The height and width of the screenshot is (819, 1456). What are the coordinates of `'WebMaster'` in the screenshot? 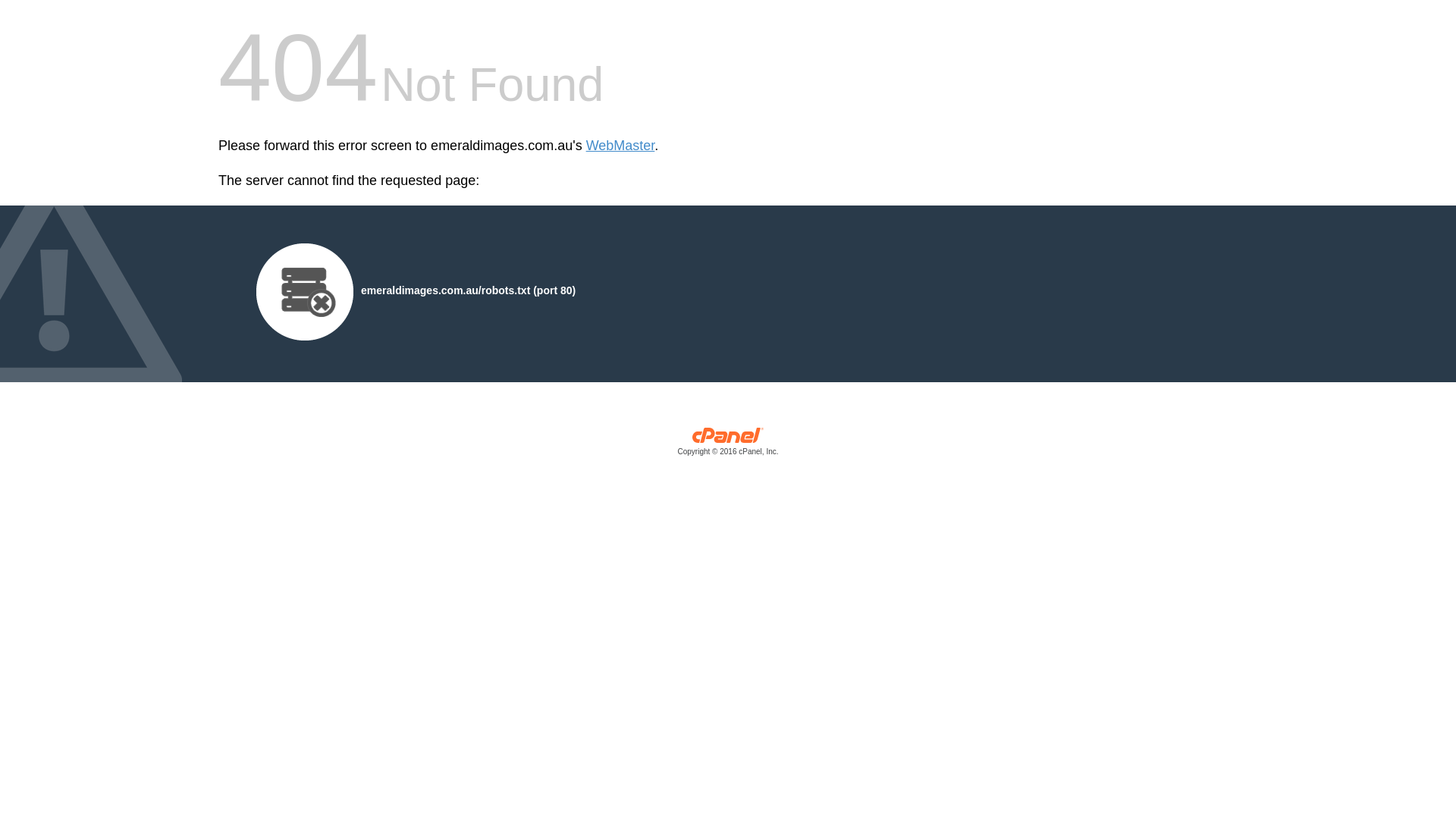 It's located at (620, 146).